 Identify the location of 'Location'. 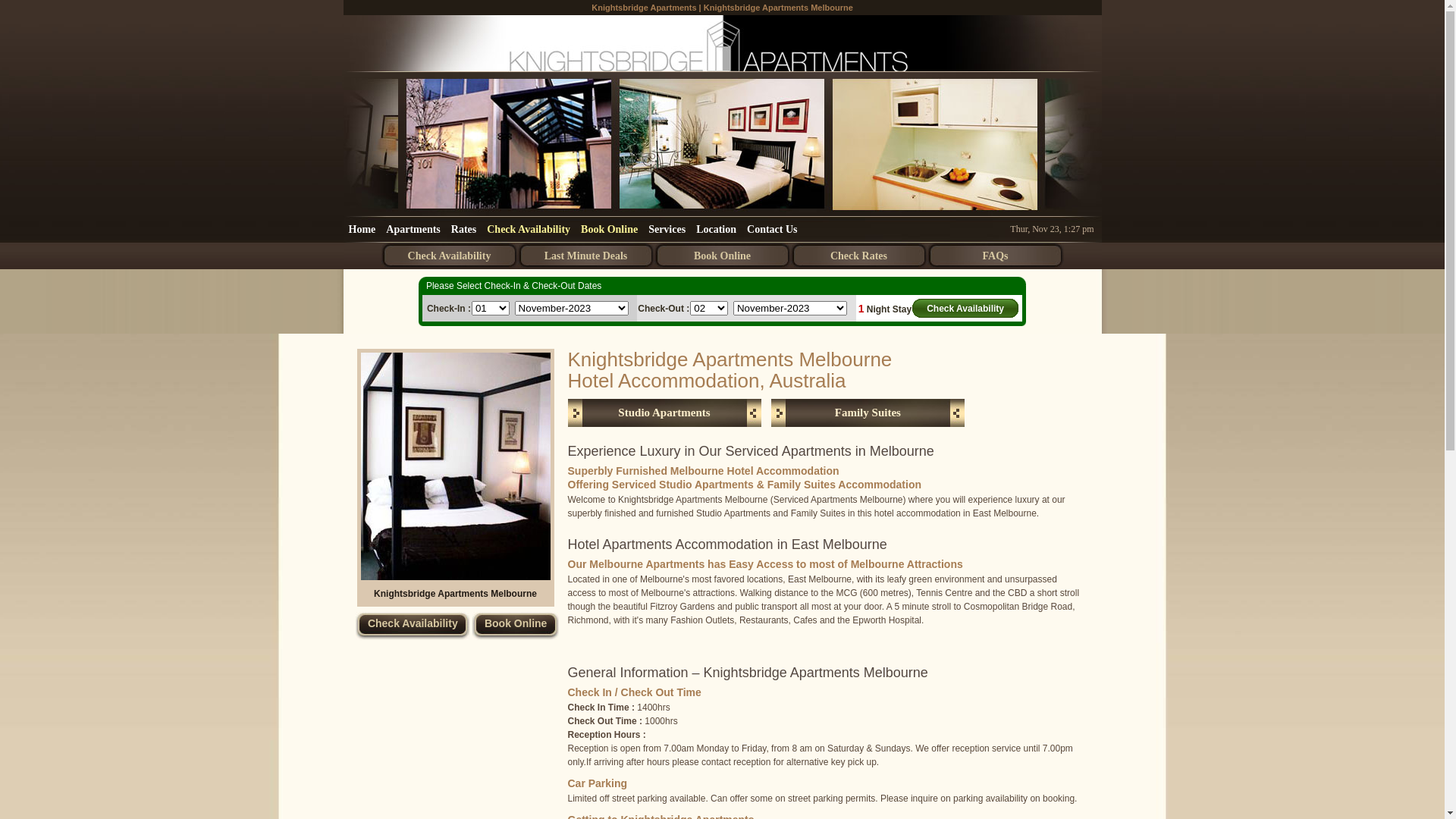
(690, 229).